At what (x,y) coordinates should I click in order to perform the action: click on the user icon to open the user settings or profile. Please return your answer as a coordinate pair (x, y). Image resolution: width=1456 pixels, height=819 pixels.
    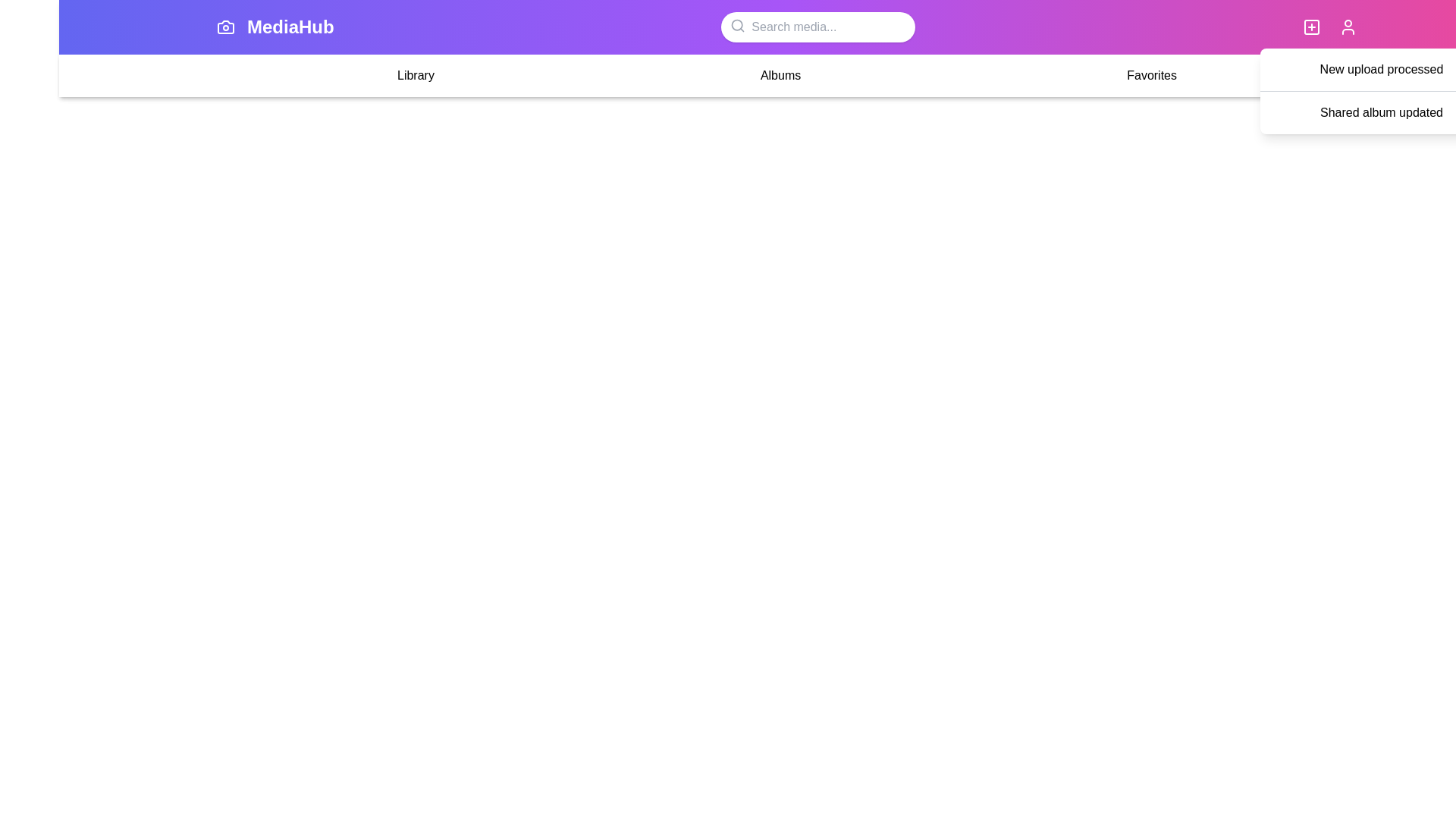
    Looking at the image, I should click on (1348, 27).